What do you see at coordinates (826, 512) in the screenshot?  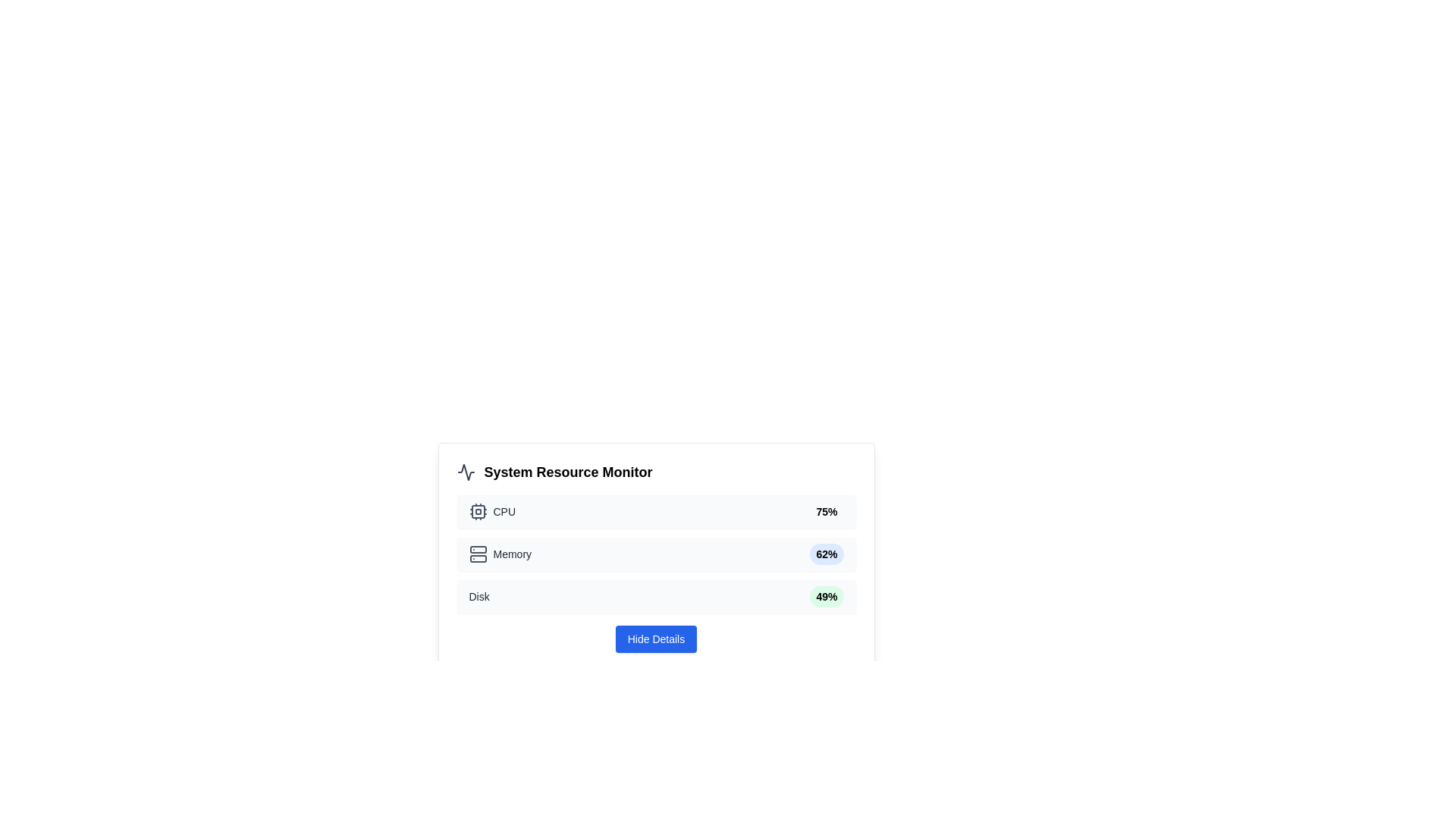 I see `the text label displaying '75%' which is styled with a bold font, red color scheme, and positioned to the right of the 'CPU' label` at bounding box center [826, 512].